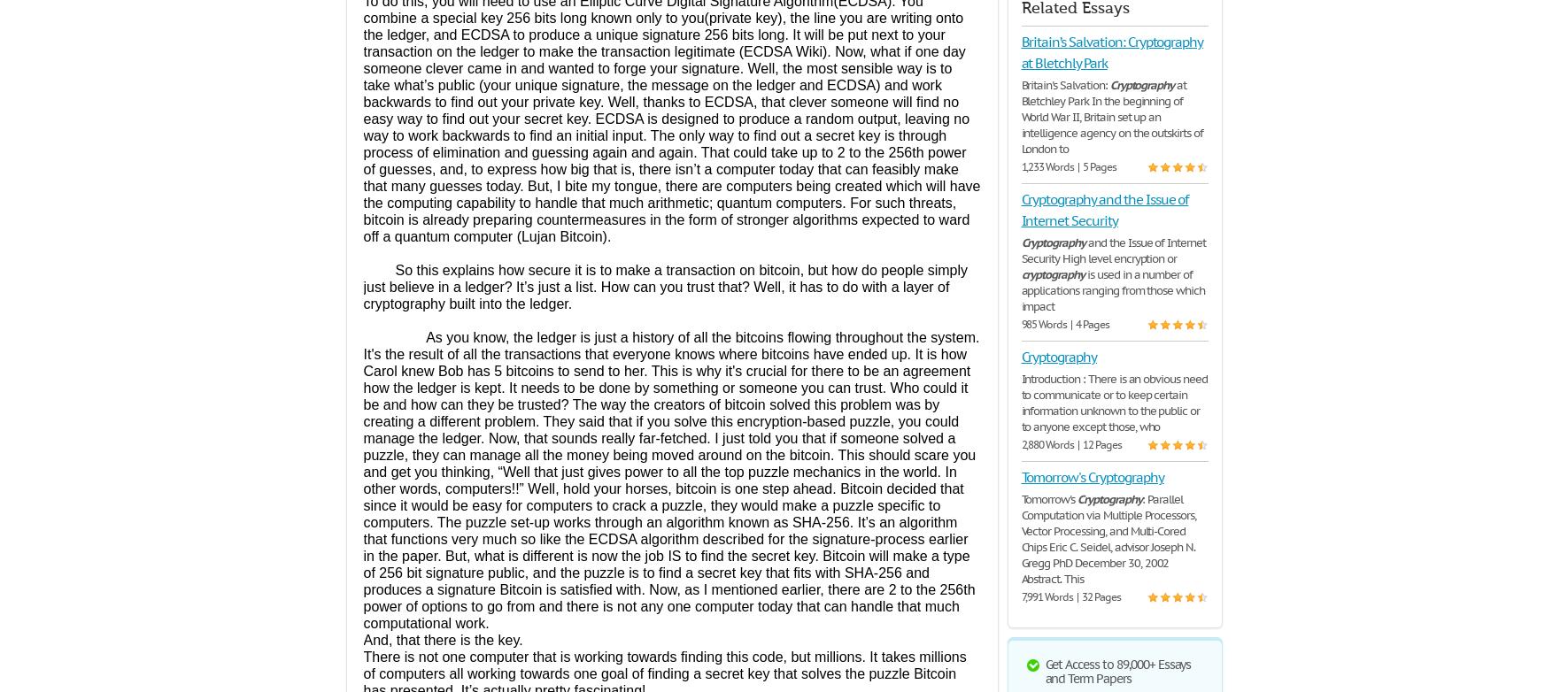 This screenshot has width=1568, height=692. I want to click on 'Tomorrow's', so click(1048, 499).